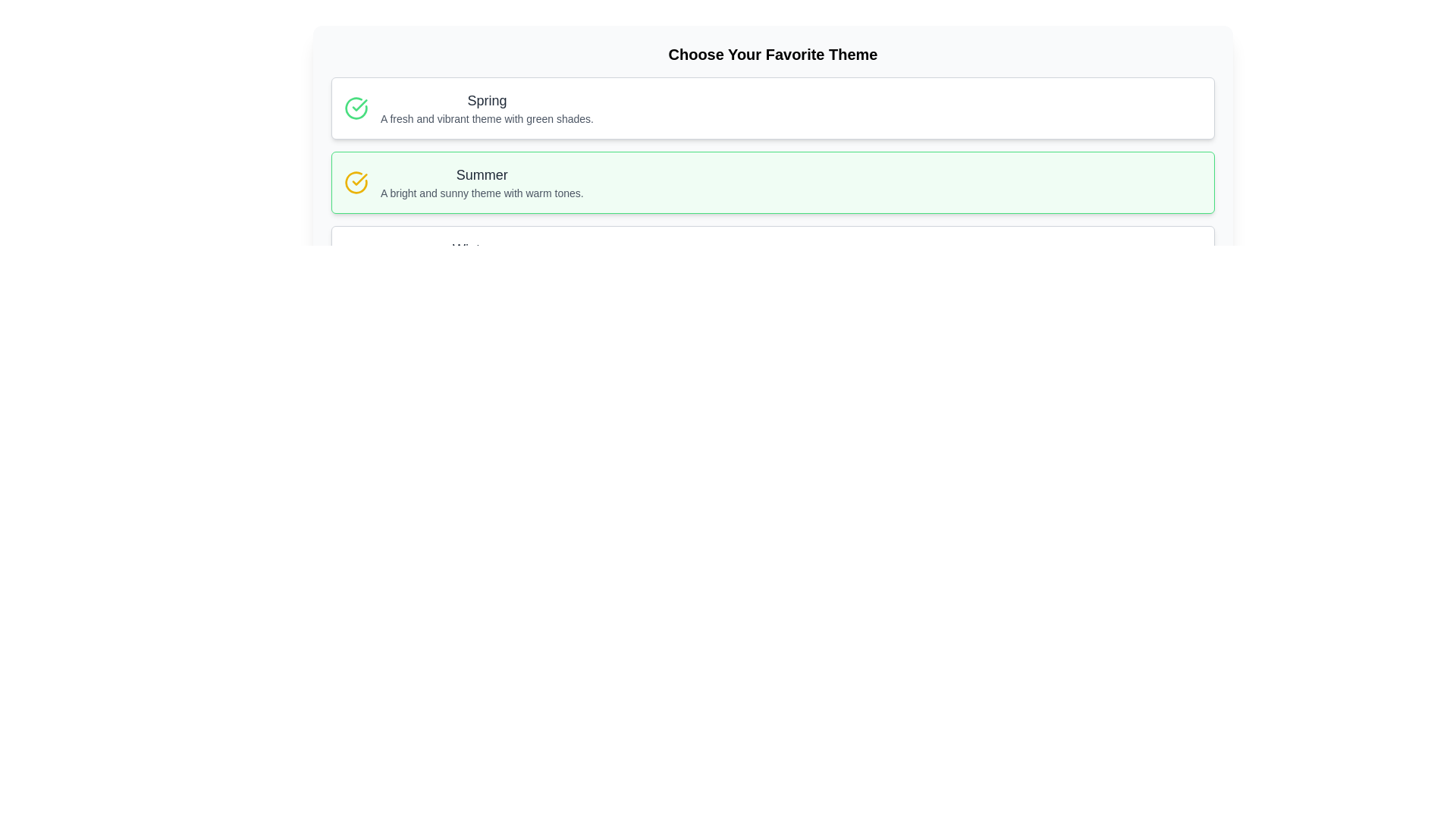  Describe the element at coordinates (773, 54) in the screenshot. I see `descriptive header text located at the top of the theme selection interface` at that location.